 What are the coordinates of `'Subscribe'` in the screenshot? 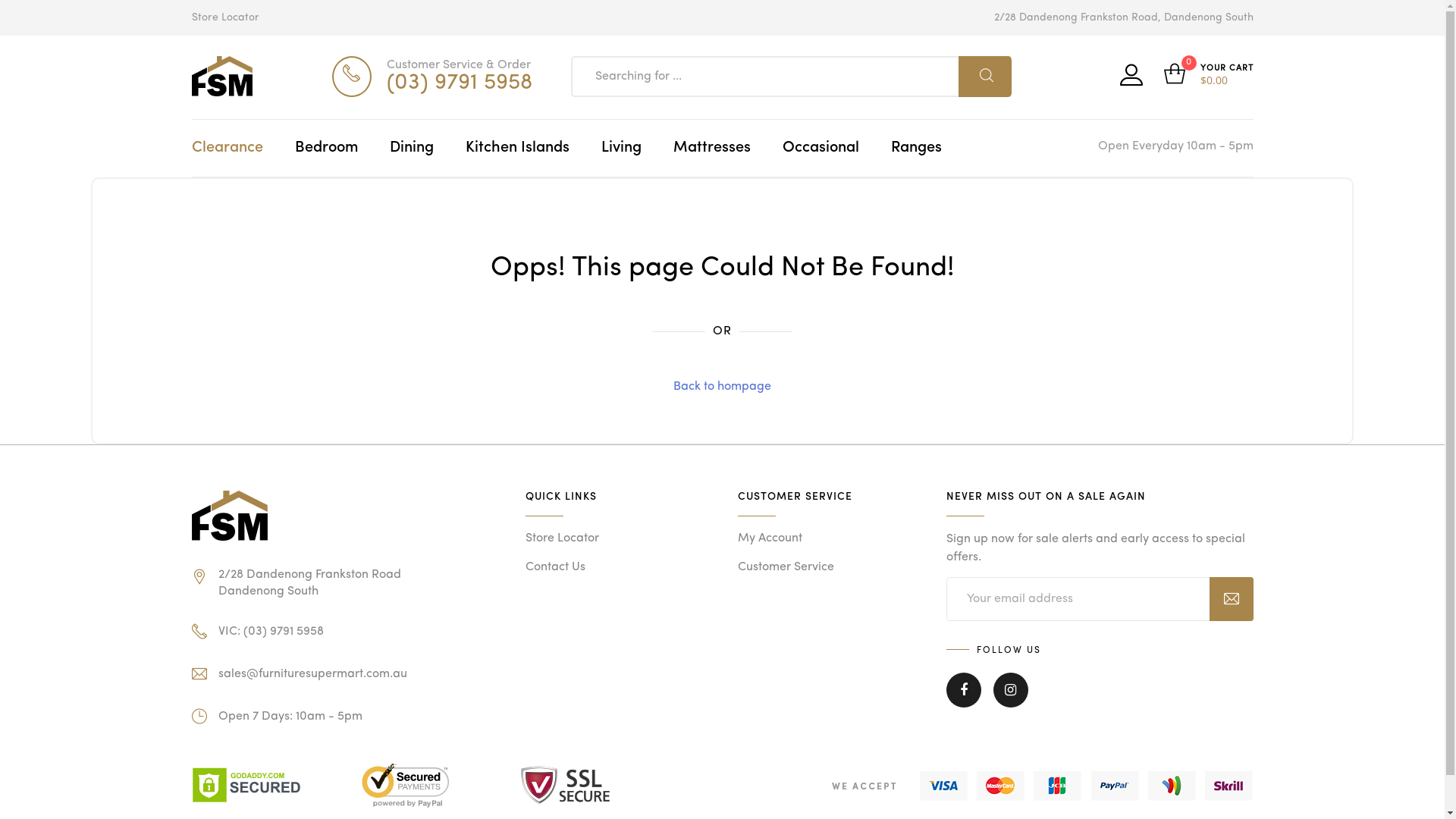 It's located at (1230, 598).